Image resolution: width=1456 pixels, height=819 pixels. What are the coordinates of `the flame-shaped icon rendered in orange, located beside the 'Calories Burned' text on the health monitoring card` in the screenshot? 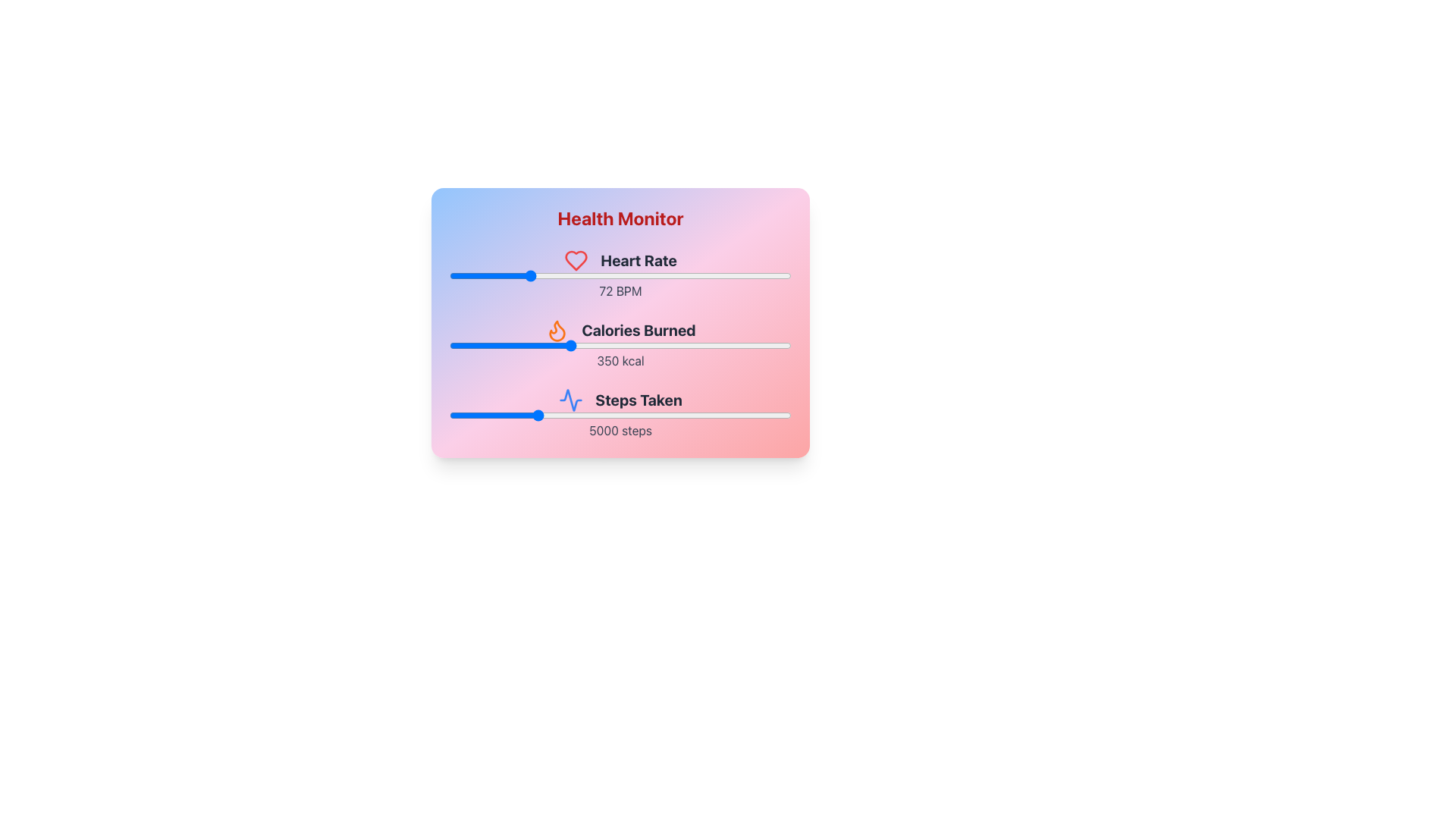 It's located at (557, 330).